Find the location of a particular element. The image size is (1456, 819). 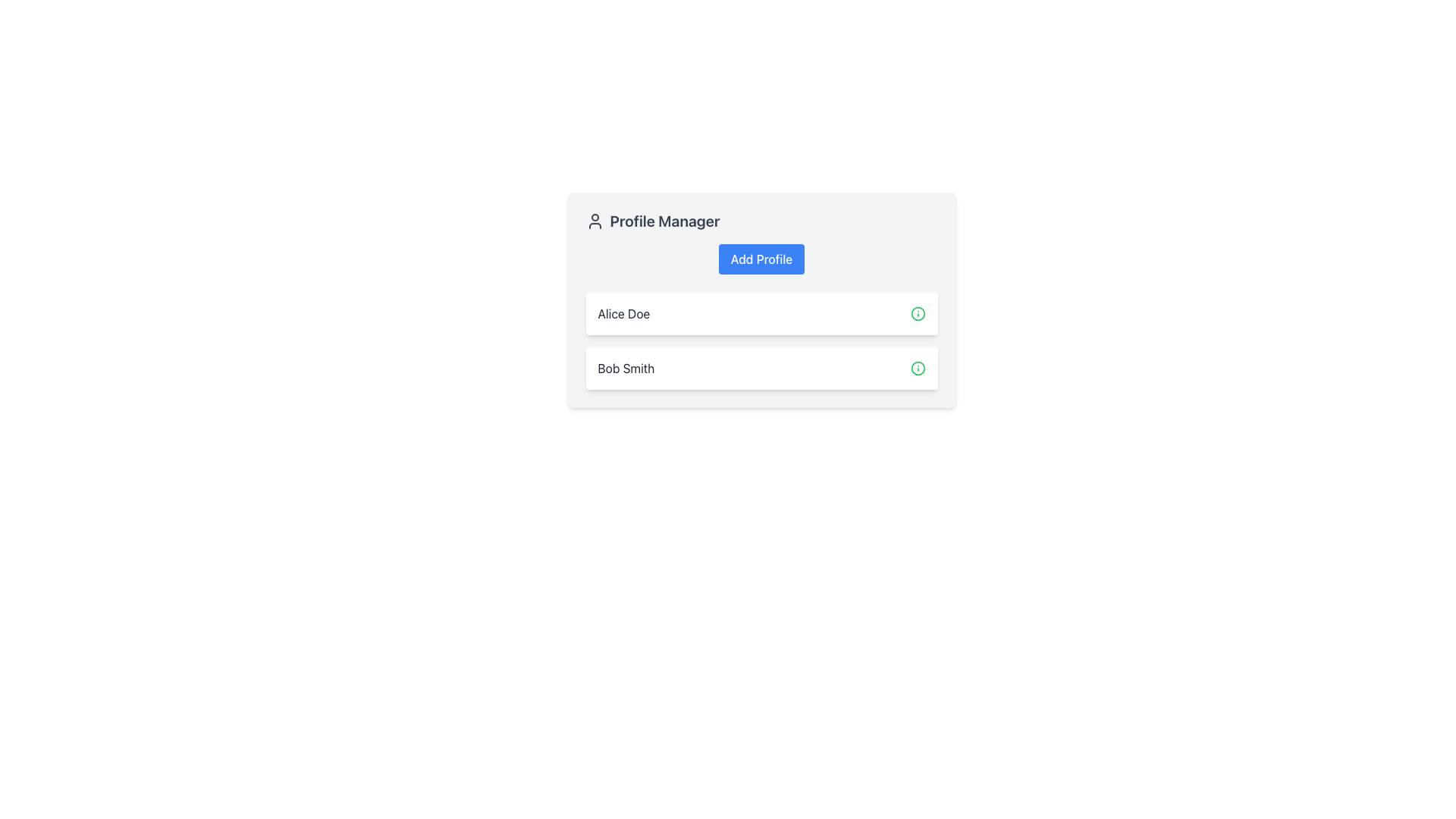

the button located within the 'Profile Manager' section, directly beneath the 'Profile Manager' title is located at coordinates (761, 259).